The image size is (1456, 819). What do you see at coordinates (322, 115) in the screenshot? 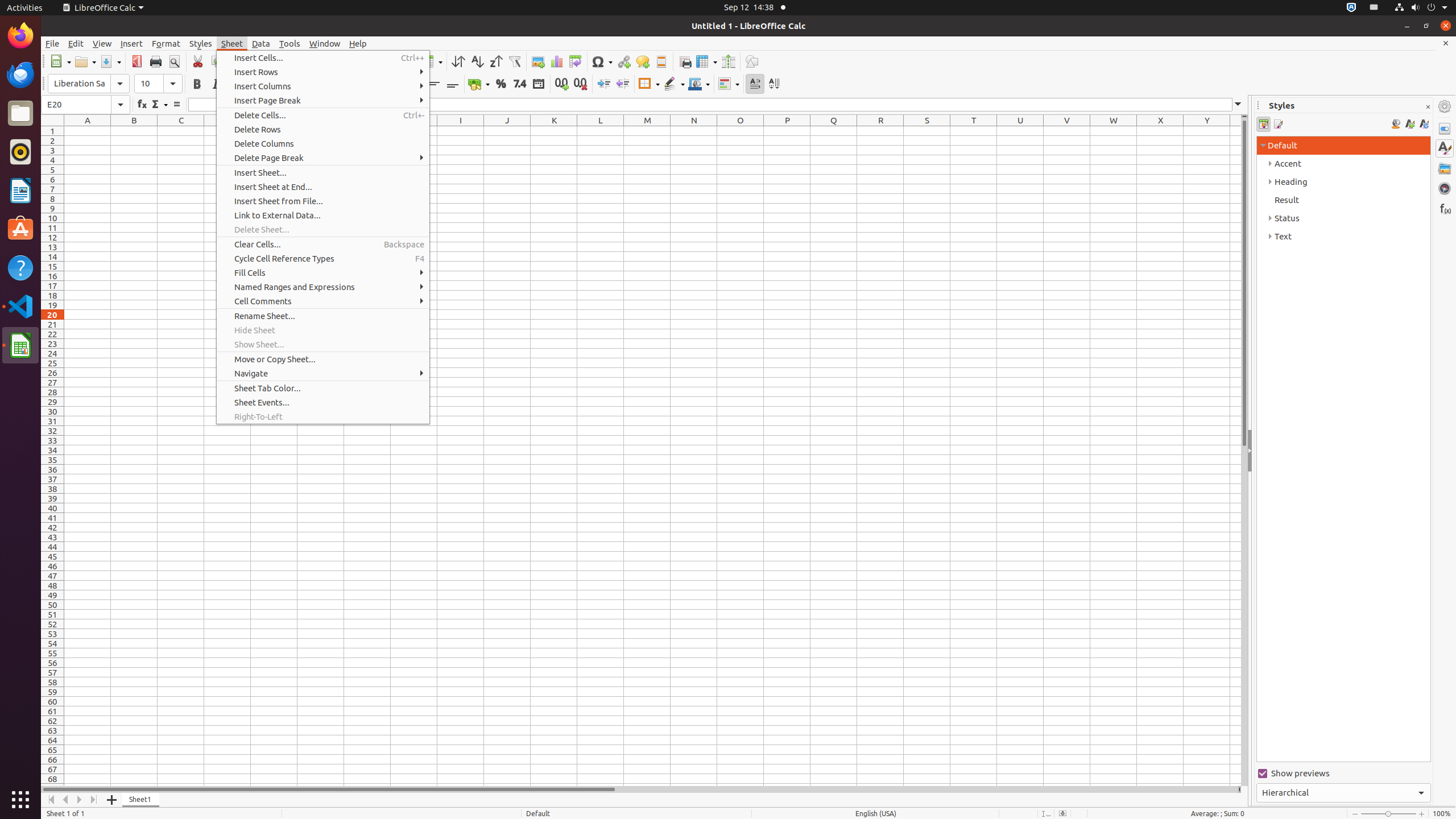
I see `'Delete Cells...'` at bounding box center [322, 115].